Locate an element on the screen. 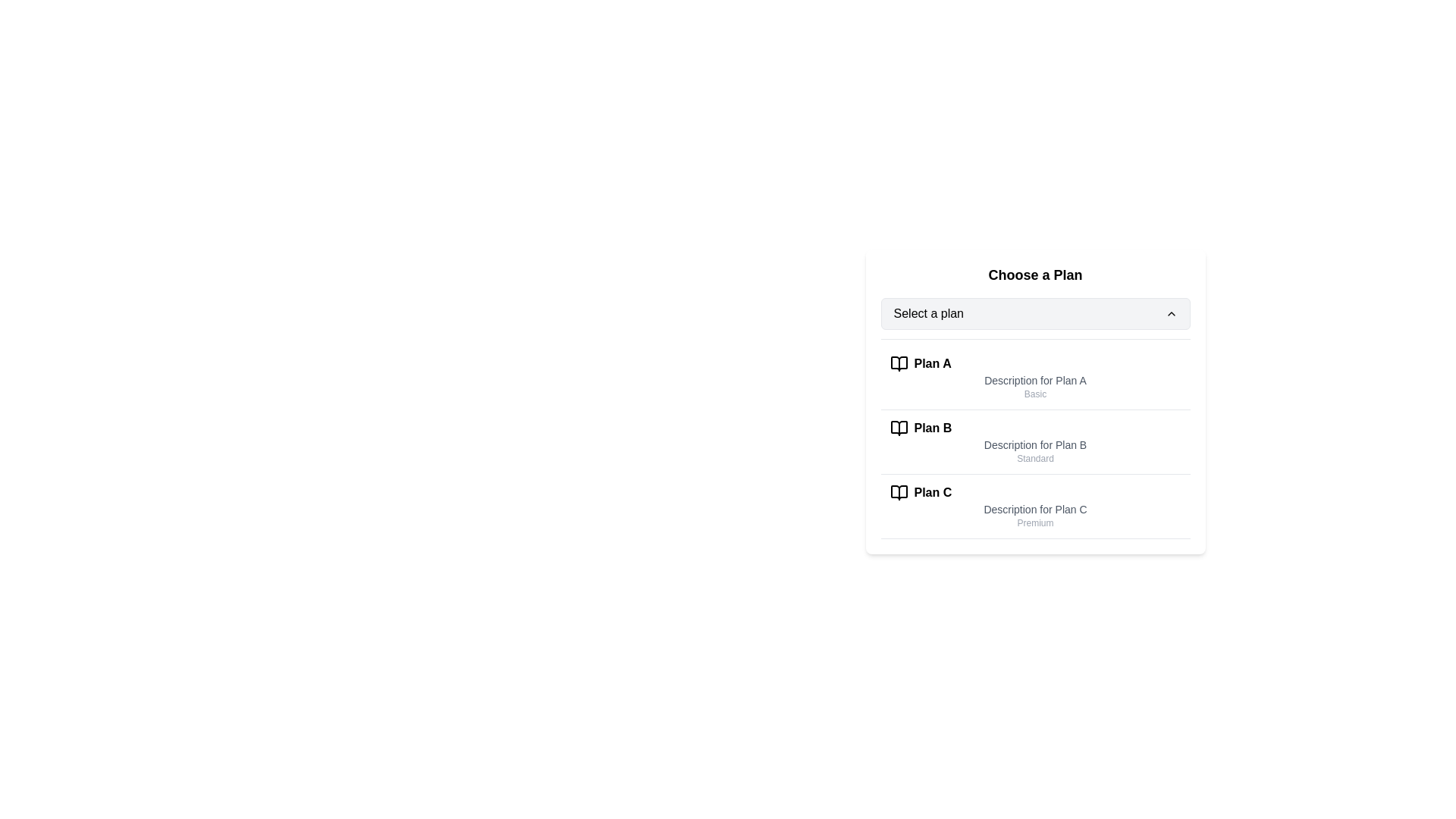 This screenshot has width=1456, height=819. descriptive content of the Text label that provides information about the 'Plan B' option, located below the 'Plan B' title and above the 'Standard' label is located at coordinates (1034, 444).